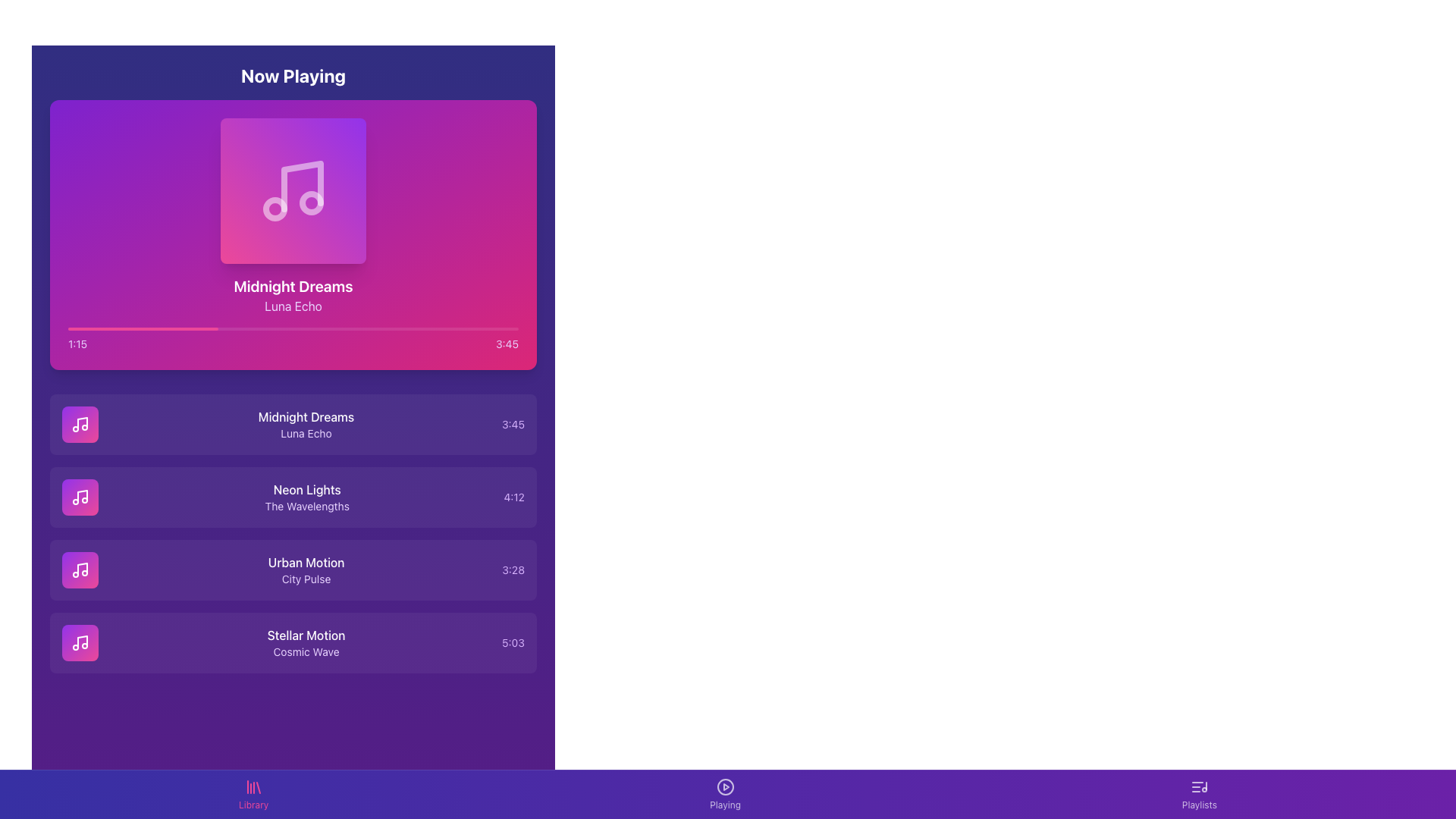 Image resolution: width=1456 pixels, height=819 pixels. What do you see at coordinates (79, 497) in the screenshot?
I see `the square icon with a gradient background transitioning from purple to pink, featuring a white musical note symbol in the center` at bounding box center [79, 497].